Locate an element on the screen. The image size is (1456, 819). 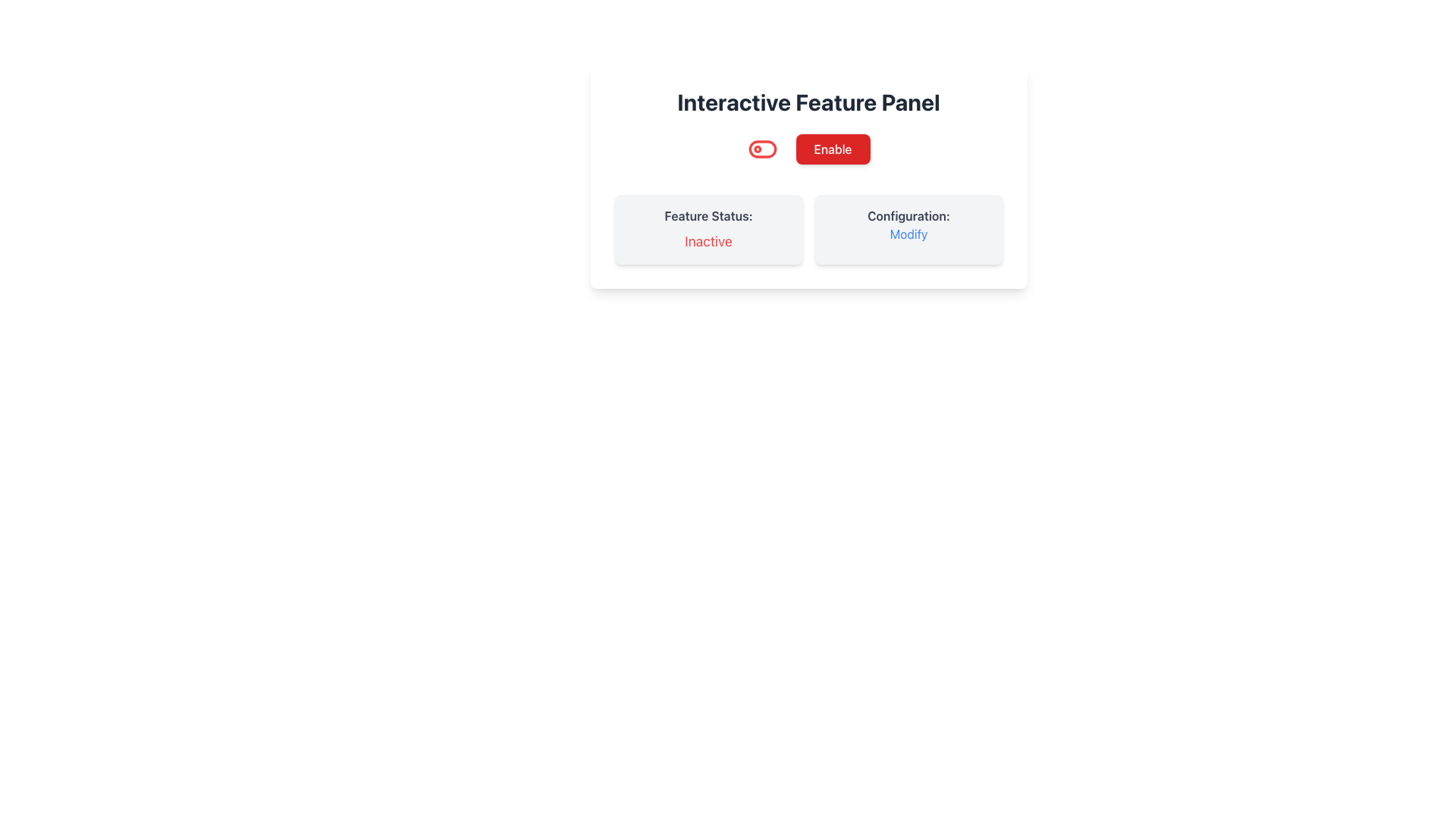
the Display component that shows the current status marked as 'Inactive', located in the left cell of a two-column grid layout within the 'Interactive Feature Panel' is located at coordinates (708, 230).